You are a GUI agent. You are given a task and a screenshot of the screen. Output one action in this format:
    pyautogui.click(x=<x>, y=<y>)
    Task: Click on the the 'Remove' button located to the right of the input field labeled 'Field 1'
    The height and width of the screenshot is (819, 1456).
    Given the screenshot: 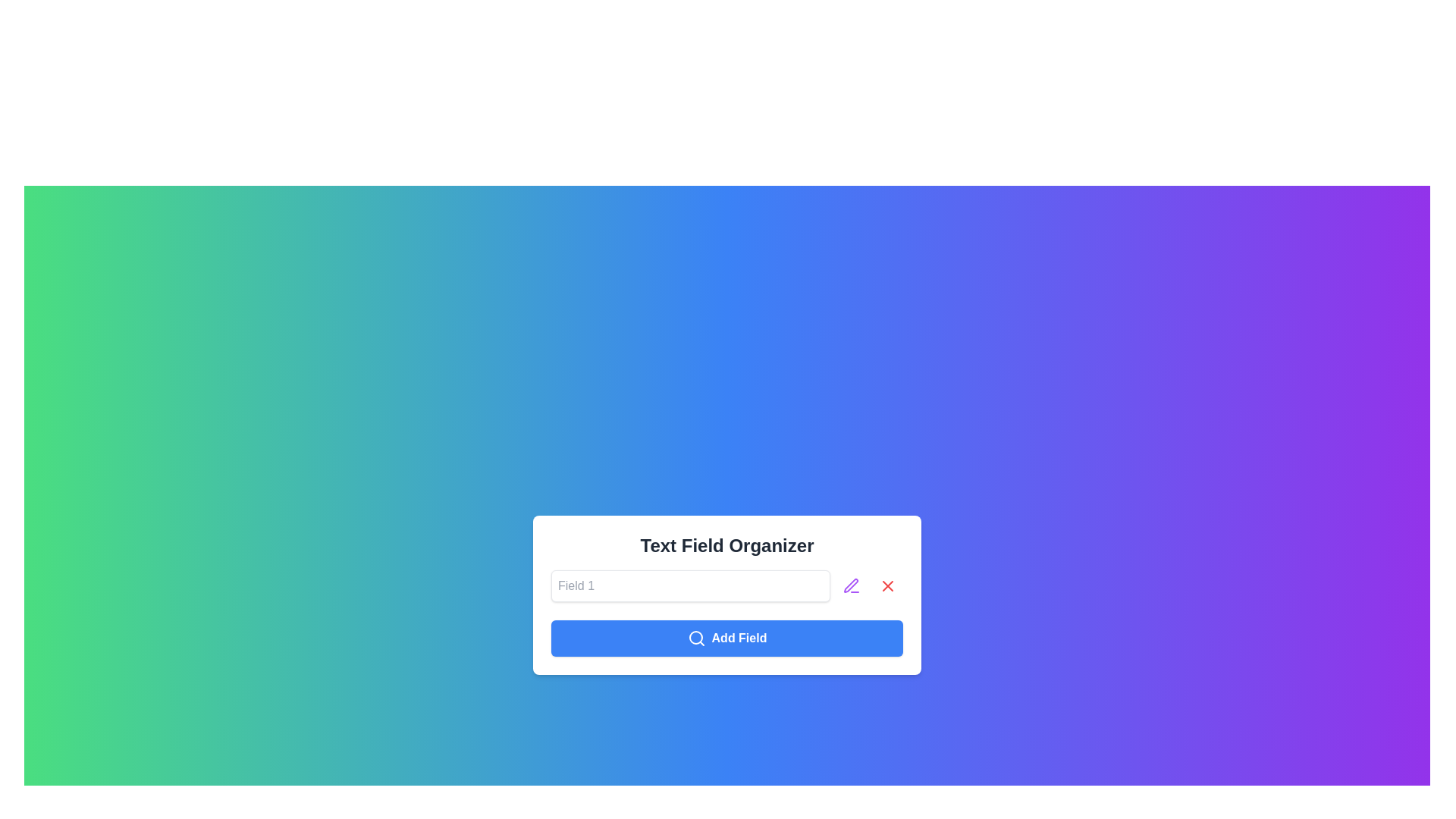 What is the action you would take?
    pyautogui.click(x=888, y=585)
    